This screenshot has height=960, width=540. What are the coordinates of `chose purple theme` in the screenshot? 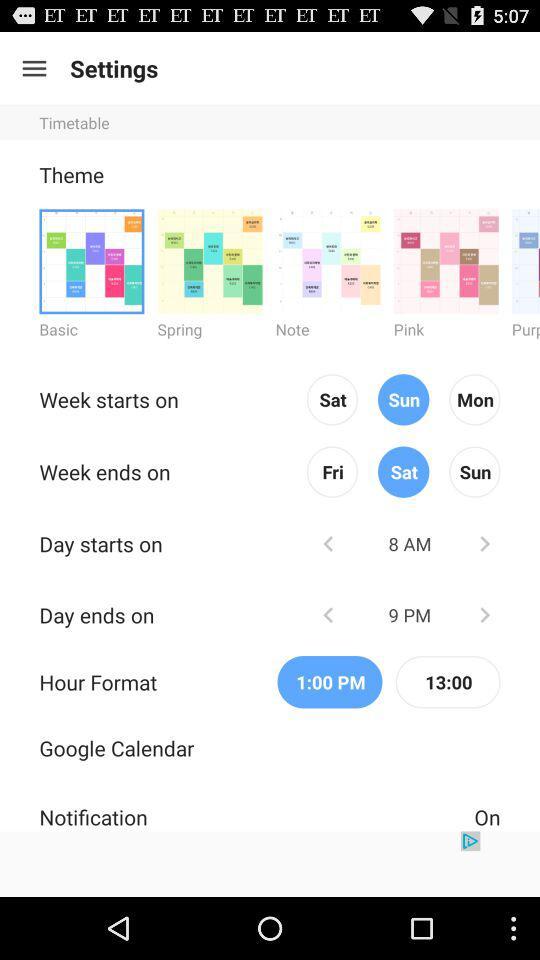 It's located at (525, 260).